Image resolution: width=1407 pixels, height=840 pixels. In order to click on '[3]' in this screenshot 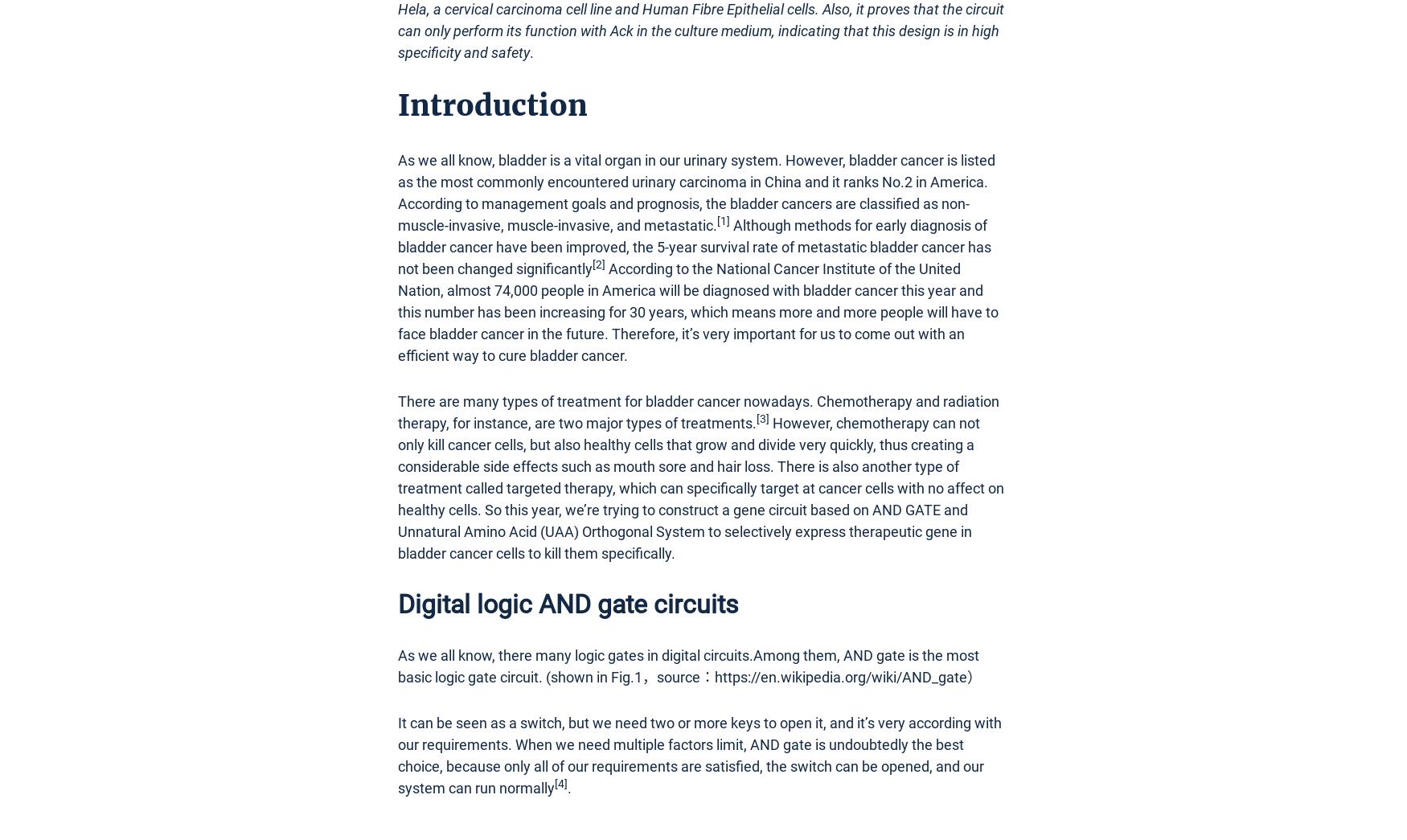, I will do `click(756, 416)`.